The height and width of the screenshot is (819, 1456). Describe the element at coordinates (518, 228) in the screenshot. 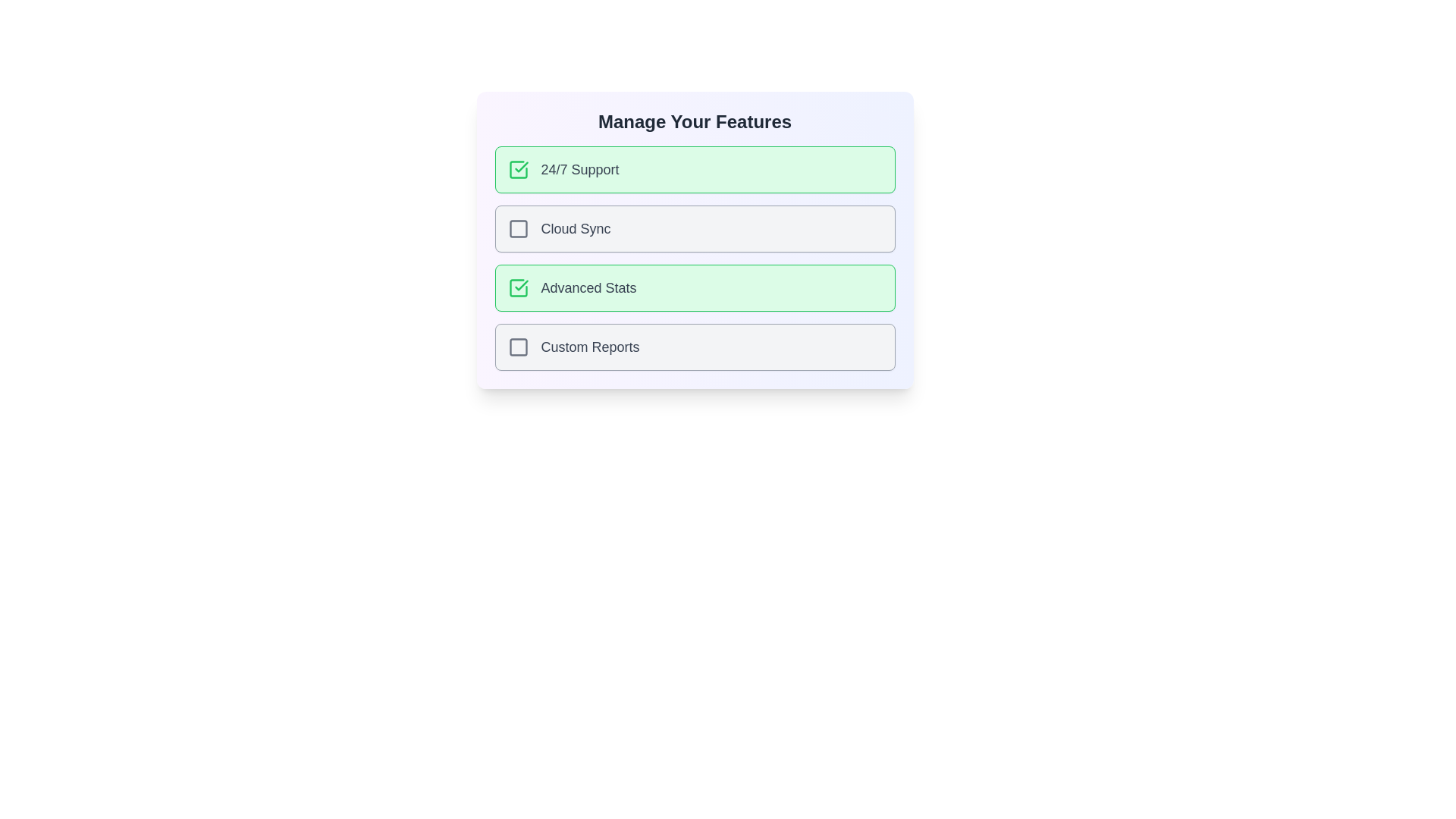

I see `the checkbox associated with the 'Cloud Sync' feature, located on the left side of the row adjacent` at that location.